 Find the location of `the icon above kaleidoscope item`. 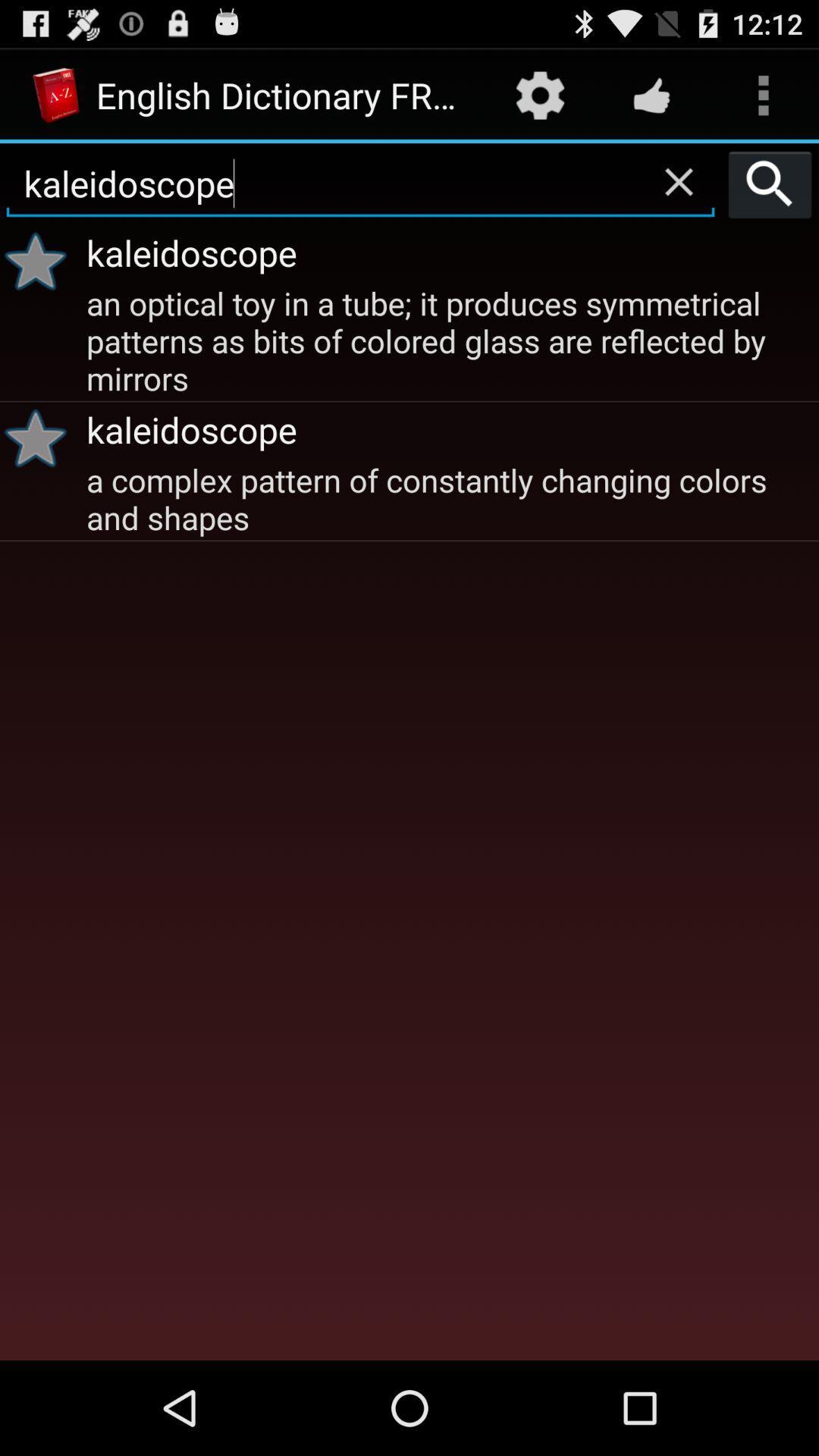

the icon above kaleidoscope item is located at coordinates (651, 94).